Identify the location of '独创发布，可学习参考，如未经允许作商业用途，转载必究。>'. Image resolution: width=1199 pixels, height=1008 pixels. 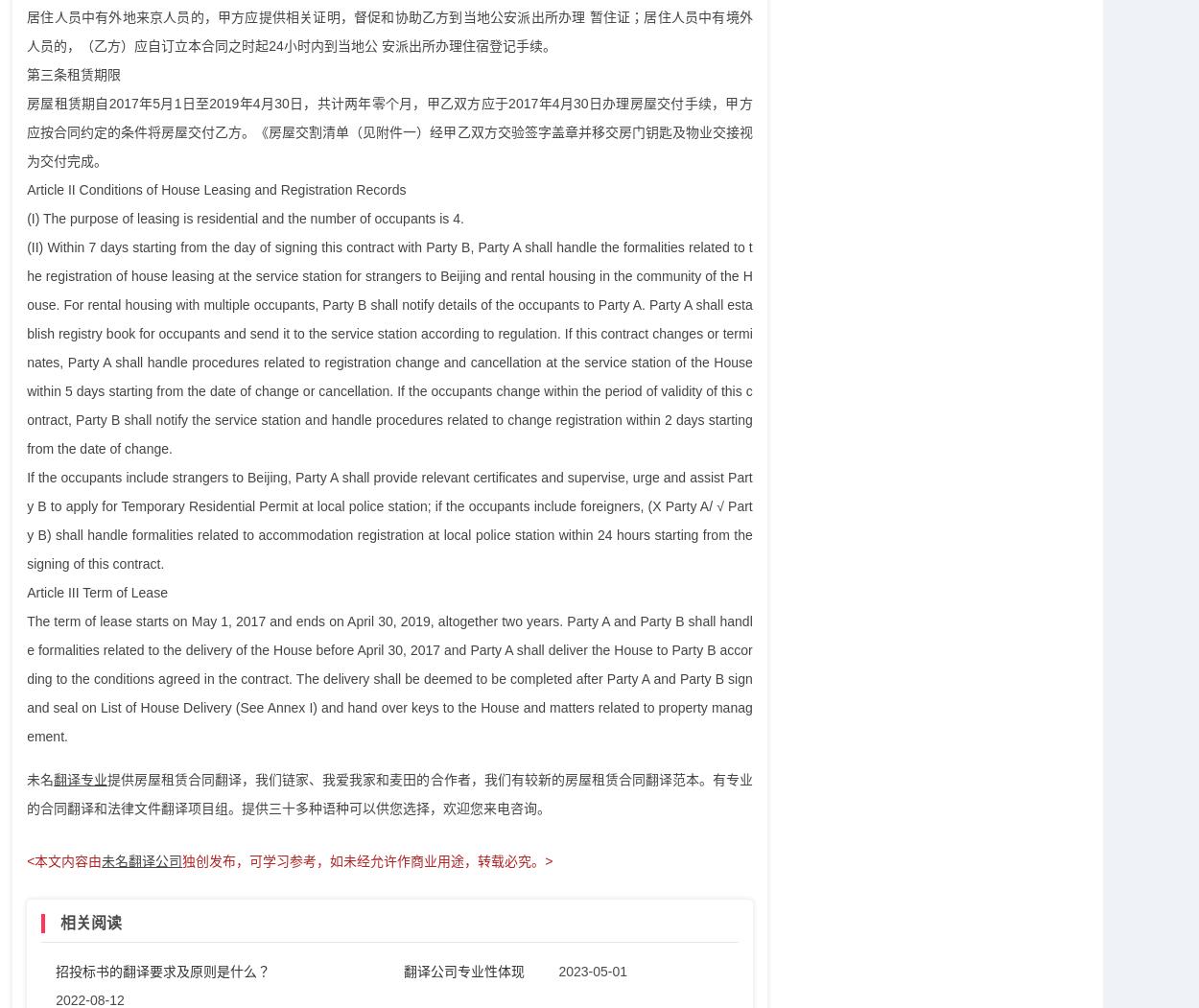
(367, 860).